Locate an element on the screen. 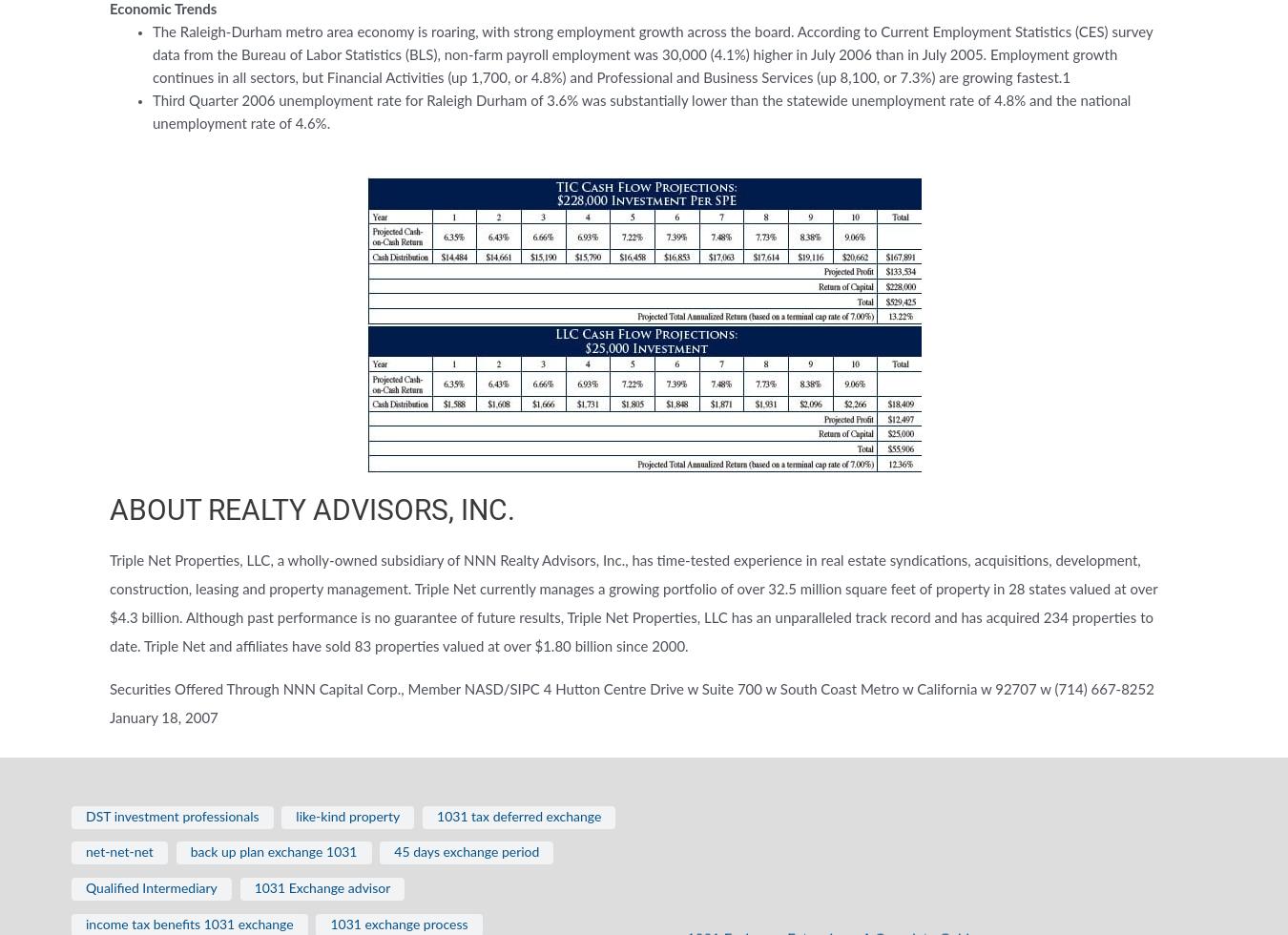 The height and width of the screenshot is (935, 1288). 'ABOUT REALTY ADVISORS, INC.' is located at coordinates (311, 509).